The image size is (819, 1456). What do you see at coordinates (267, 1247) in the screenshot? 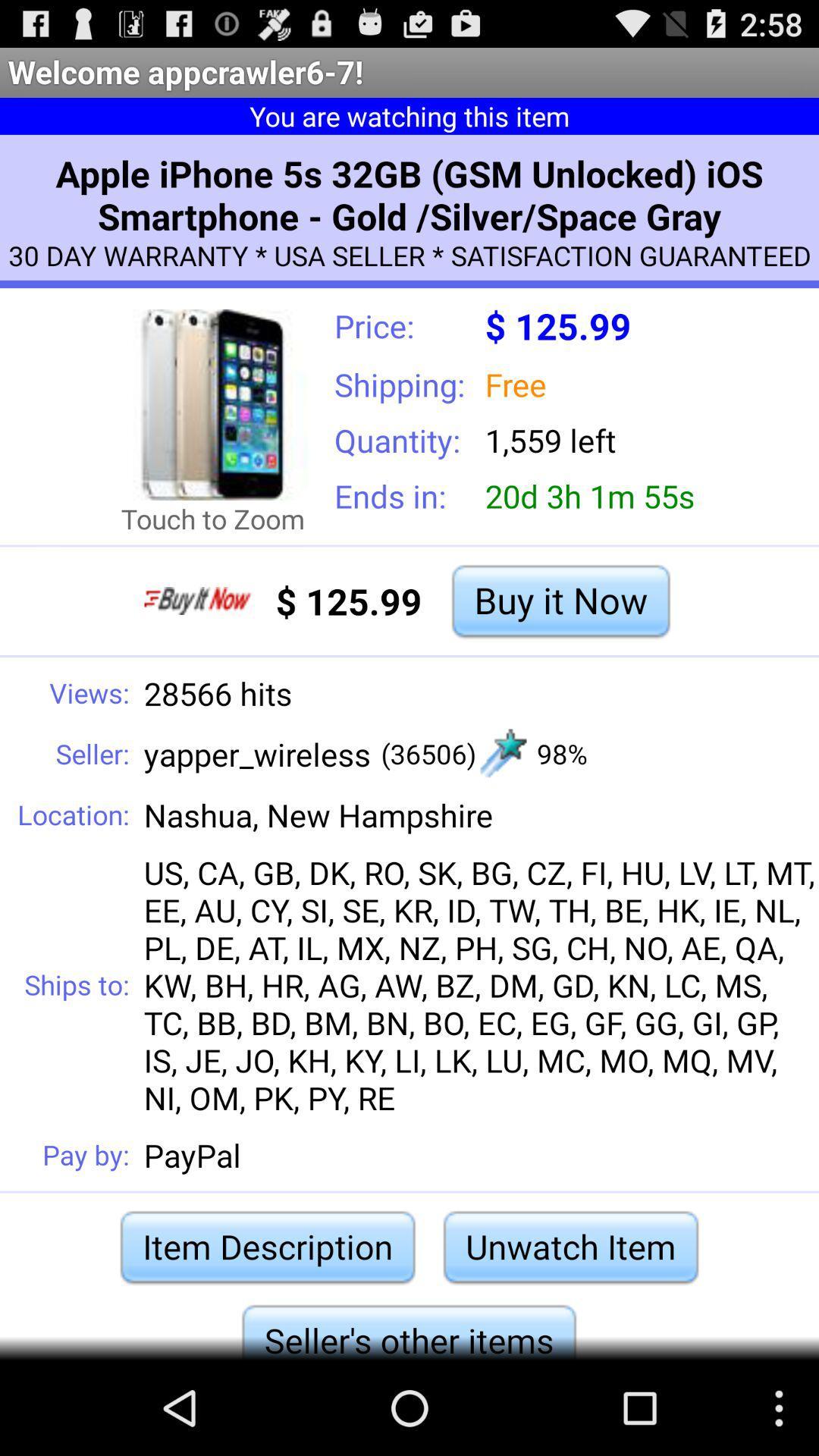
I see `the icon to the left of unwatch item item` at bounding box center [267, 1247].